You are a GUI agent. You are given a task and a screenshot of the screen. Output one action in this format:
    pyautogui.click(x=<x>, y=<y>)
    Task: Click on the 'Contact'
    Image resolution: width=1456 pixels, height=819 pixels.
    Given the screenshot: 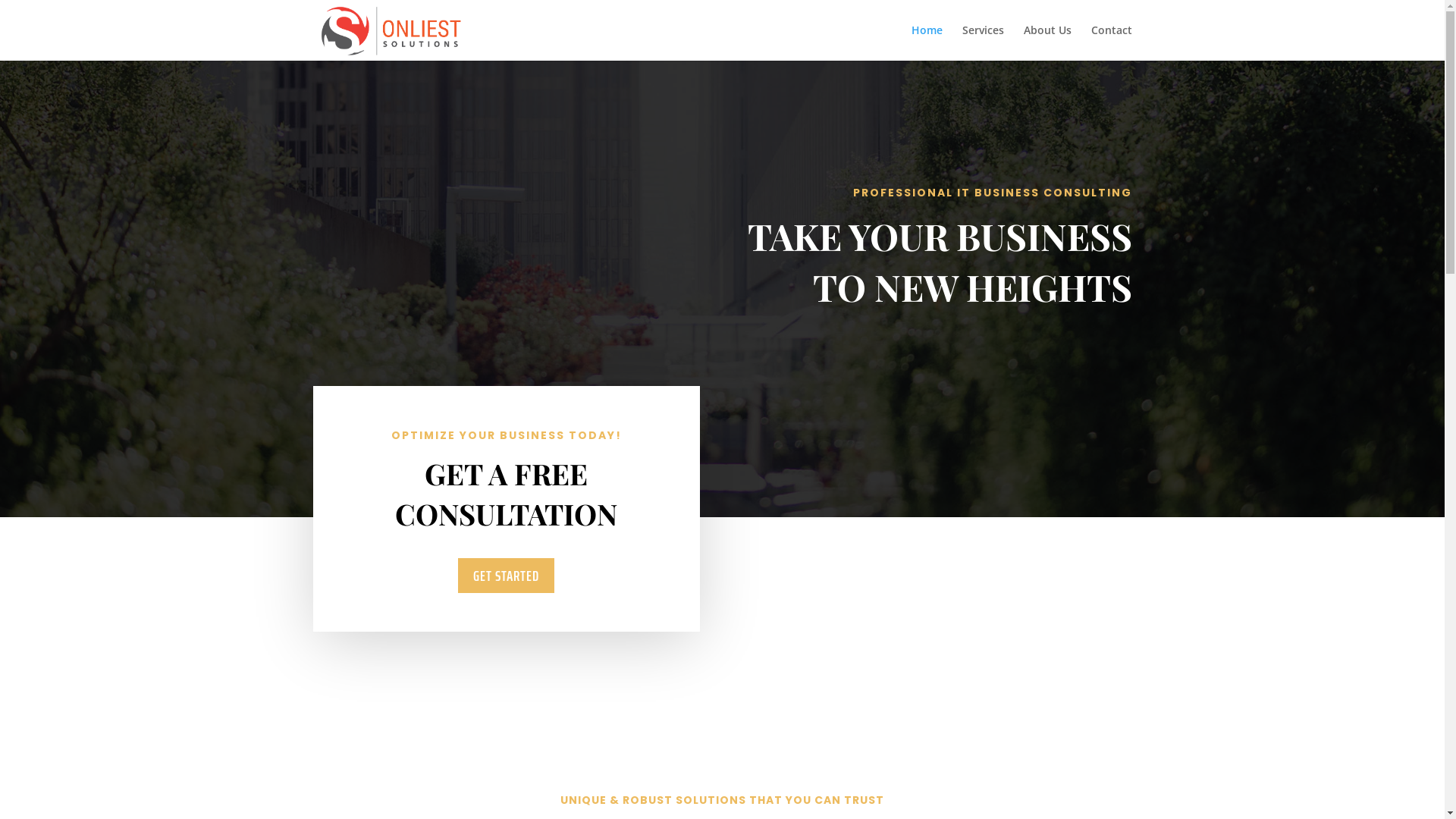 What is the action you would take?
    pyautogui.click(x=1110, y=42)
    